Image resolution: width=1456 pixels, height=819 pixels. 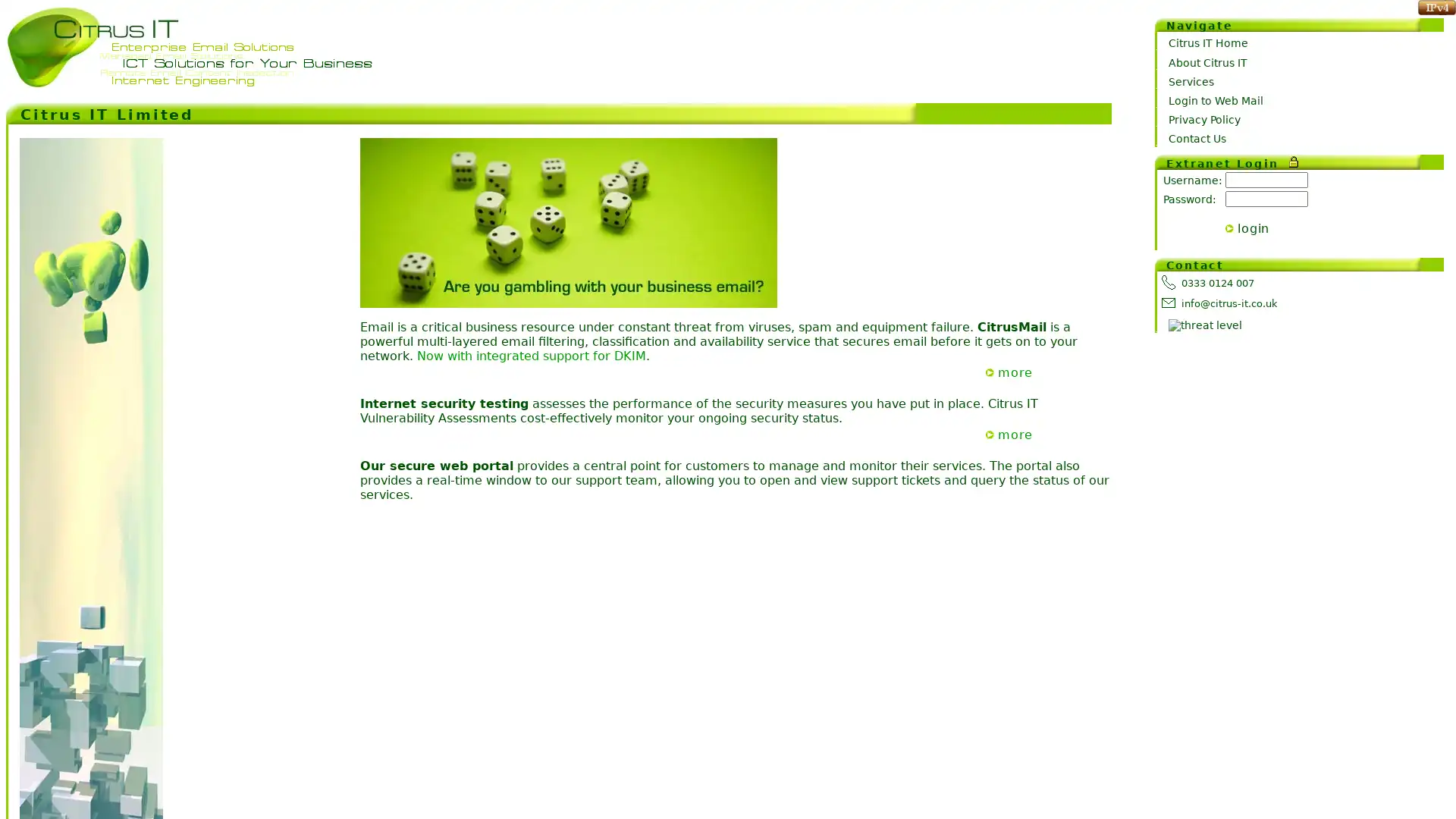 What do you see at coordinates (1229, 228) in the screenshot?
I see `>` at bounding box center [1229, 228].